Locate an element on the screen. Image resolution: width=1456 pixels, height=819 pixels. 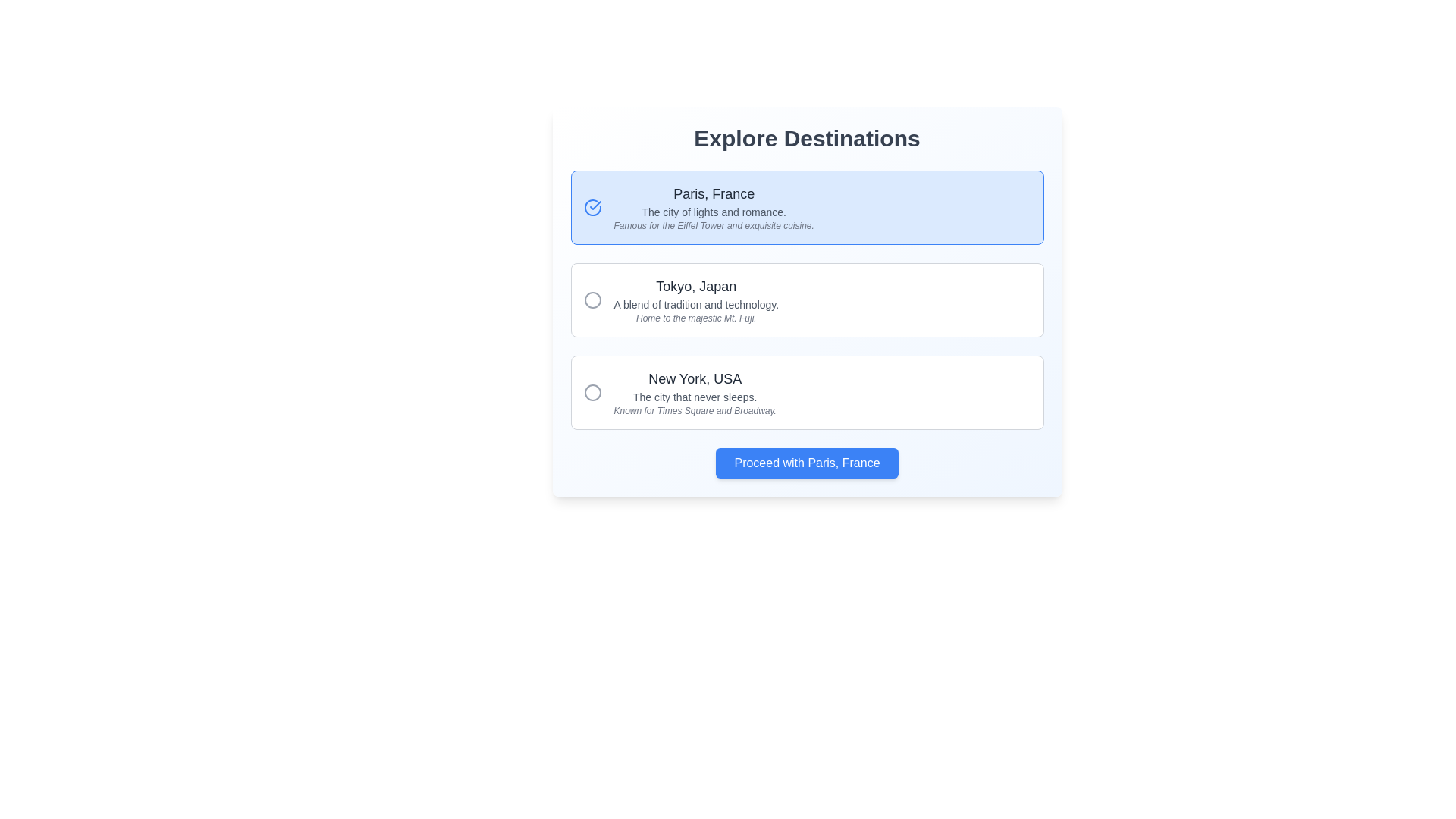
the second card option for 'Tokyo, Japan' in the vertical list of destination cards is located at coordinates (806, 300).